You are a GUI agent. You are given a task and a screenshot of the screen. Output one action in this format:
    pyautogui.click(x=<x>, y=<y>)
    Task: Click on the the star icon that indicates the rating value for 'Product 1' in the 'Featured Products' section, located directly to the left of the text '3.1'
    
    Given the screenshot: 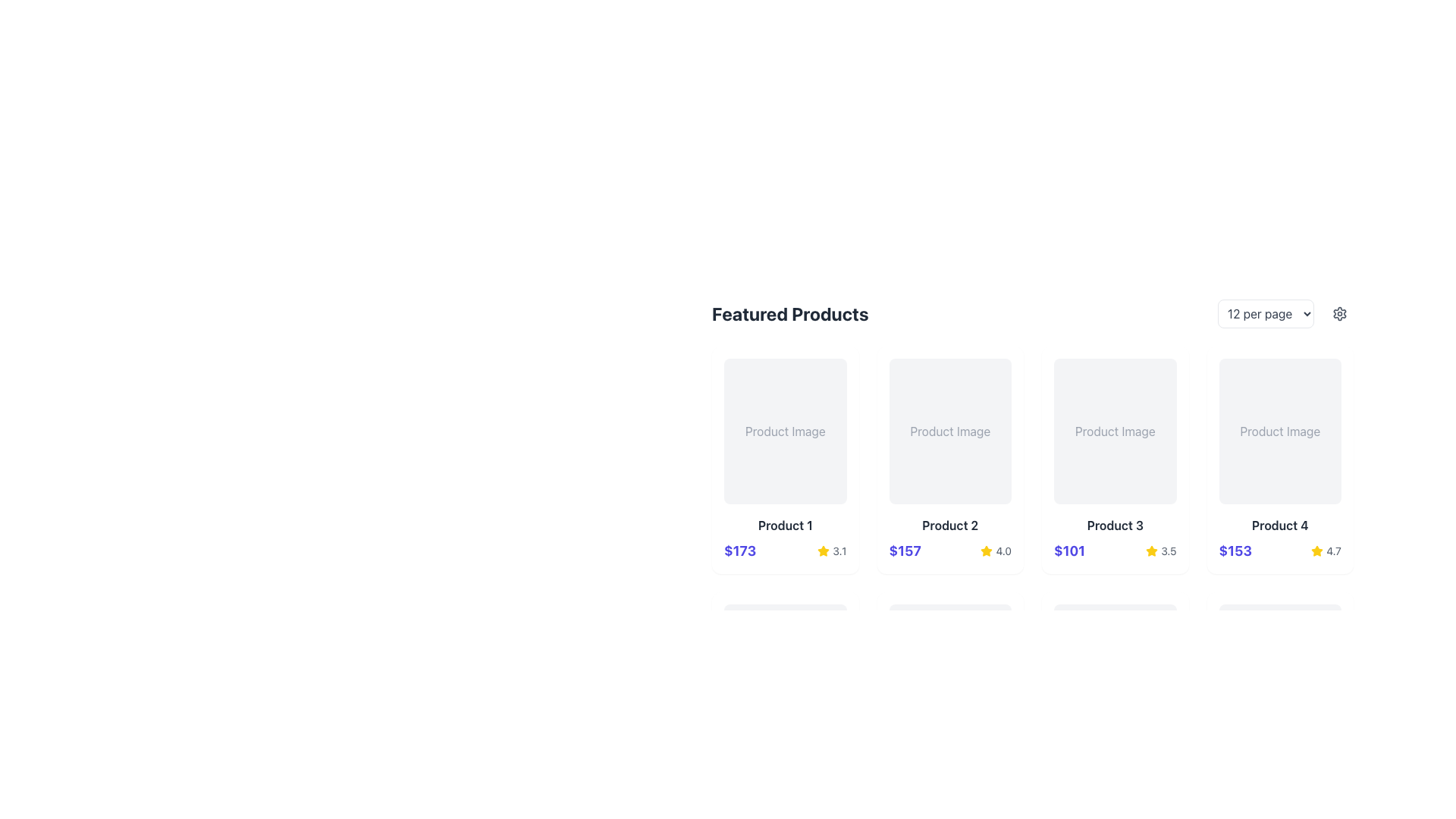 What is the action you would take?
    pyautogui.click(x=823, y=551)
    